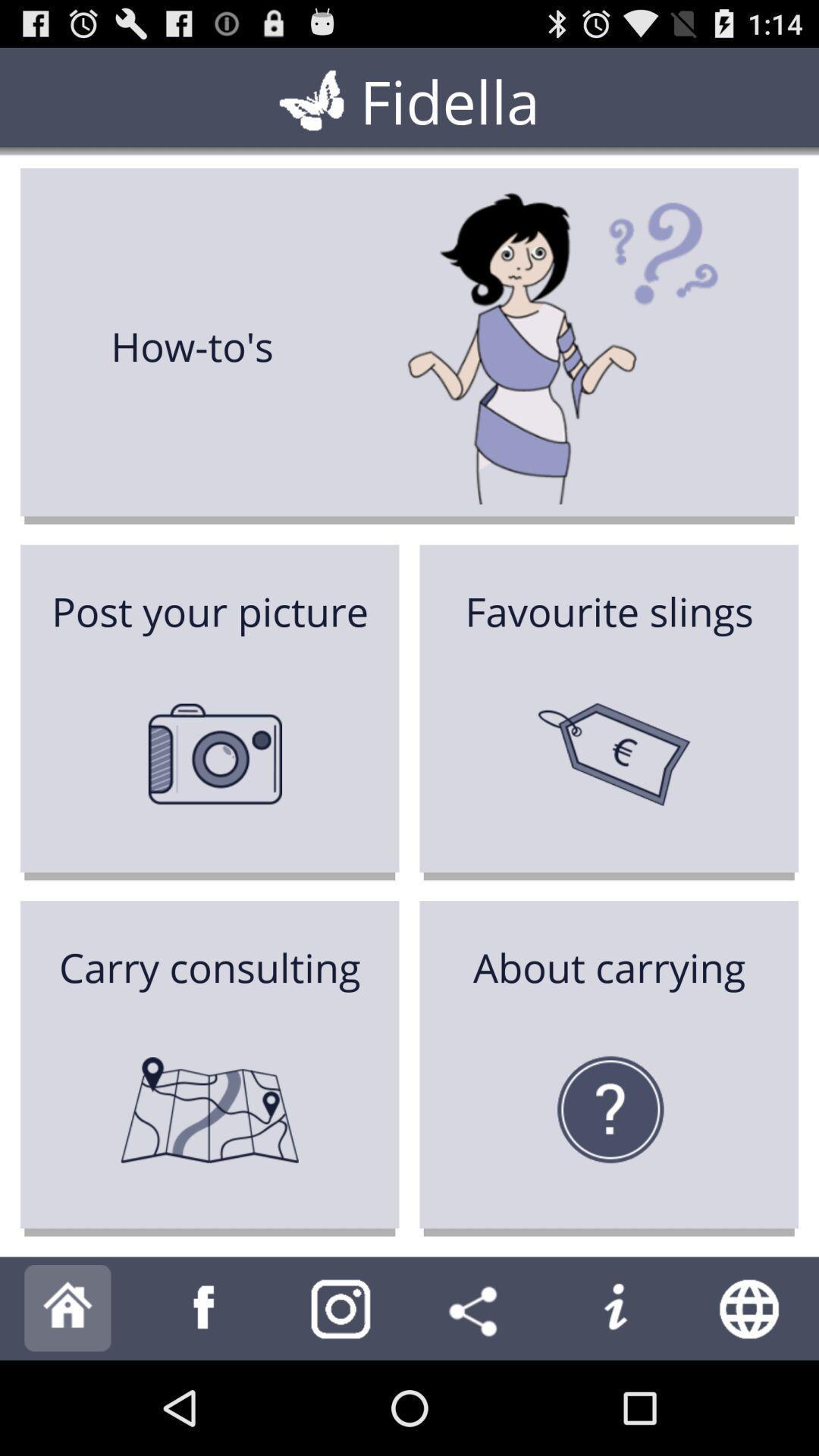  Describe the element at coordinates (67, 1307) in the screenshot. I see `go home` at that location.